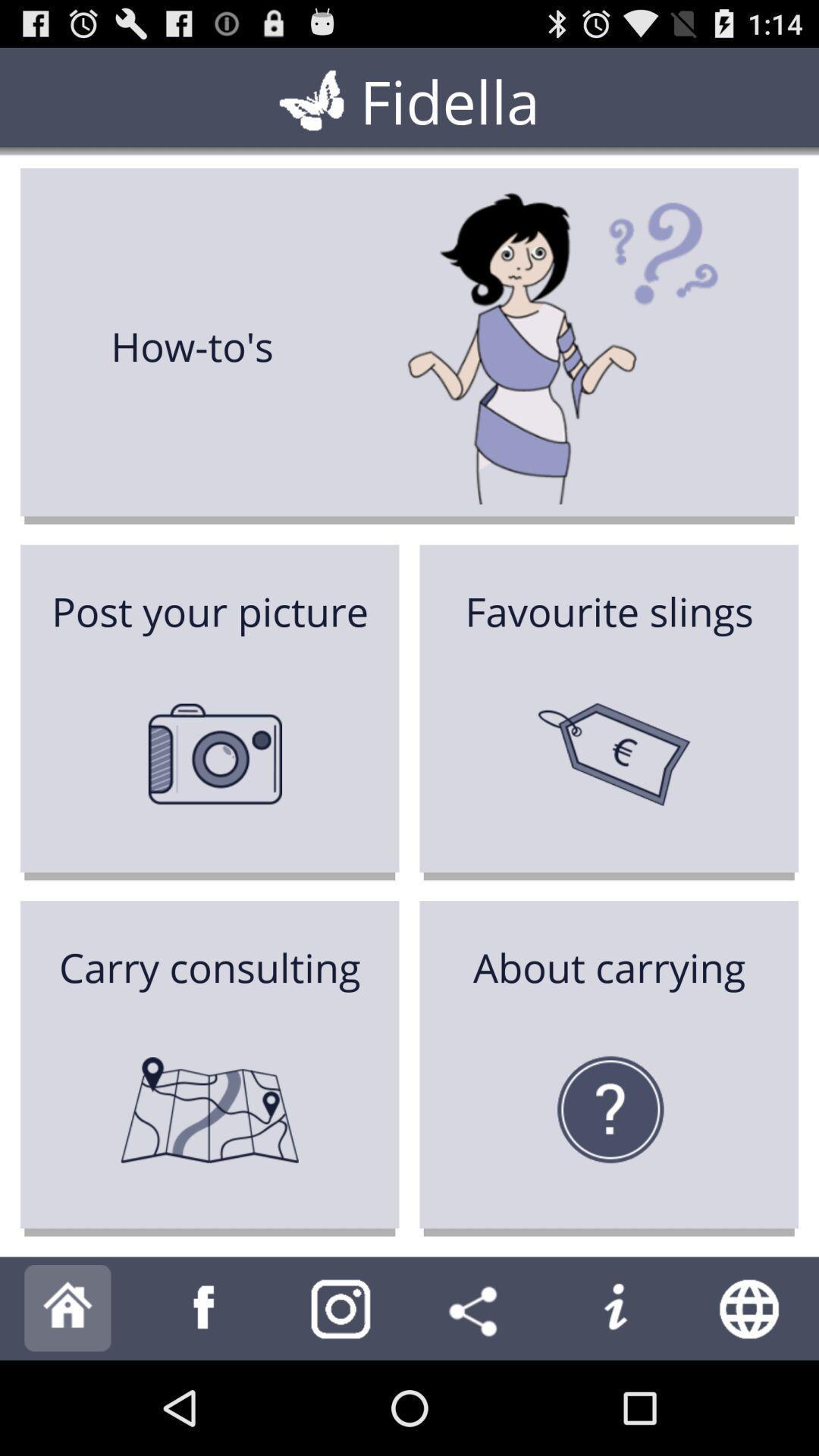  Describe the element at coordinates (67, 1307) in the screenshot. I see `go home` at that location.